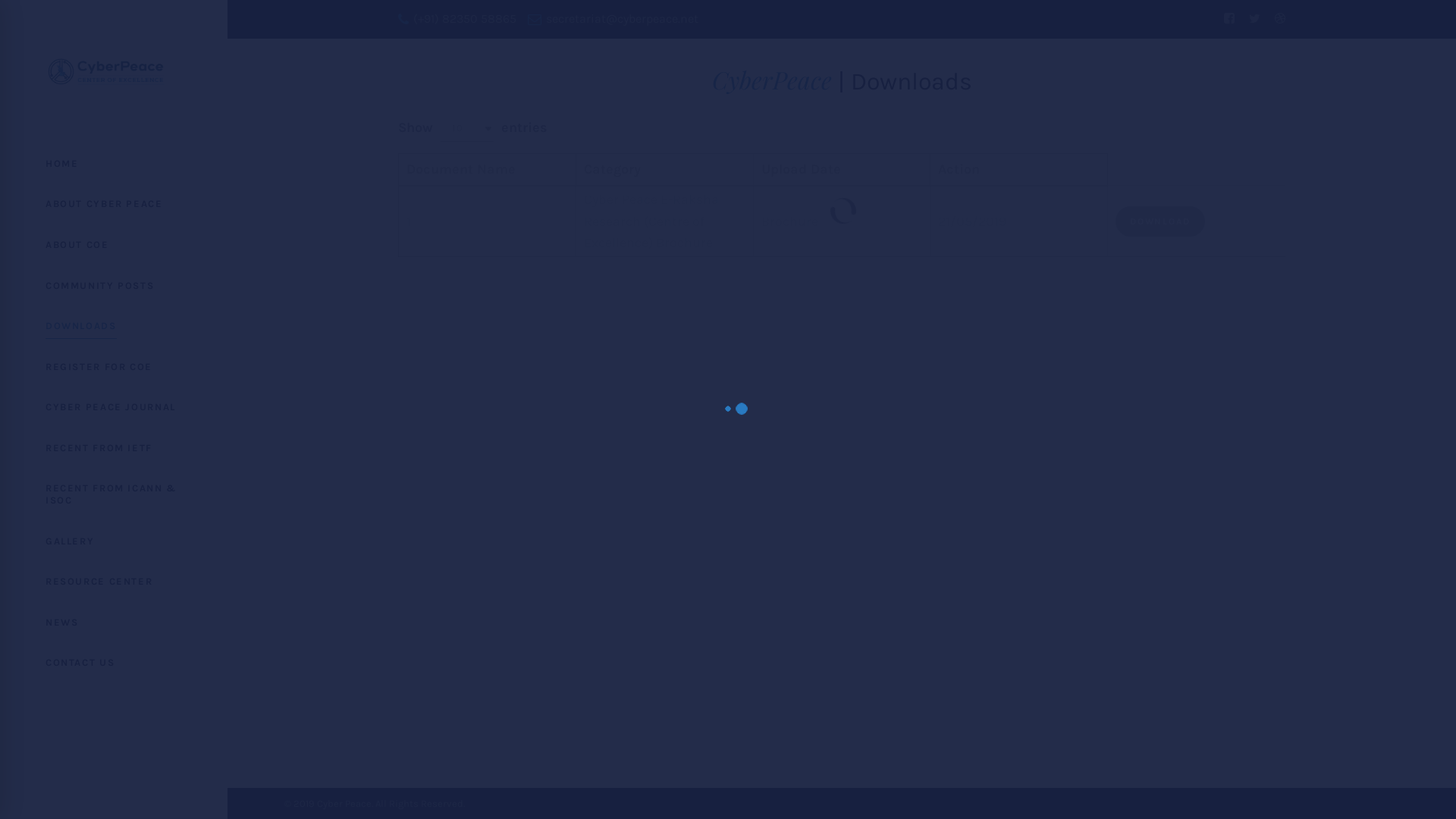 This screenshot has height=819, width=1456. Describe the element at coordinates (112, 366) in the screenshot. I see `'REGISTER FOR COE'` at that location.